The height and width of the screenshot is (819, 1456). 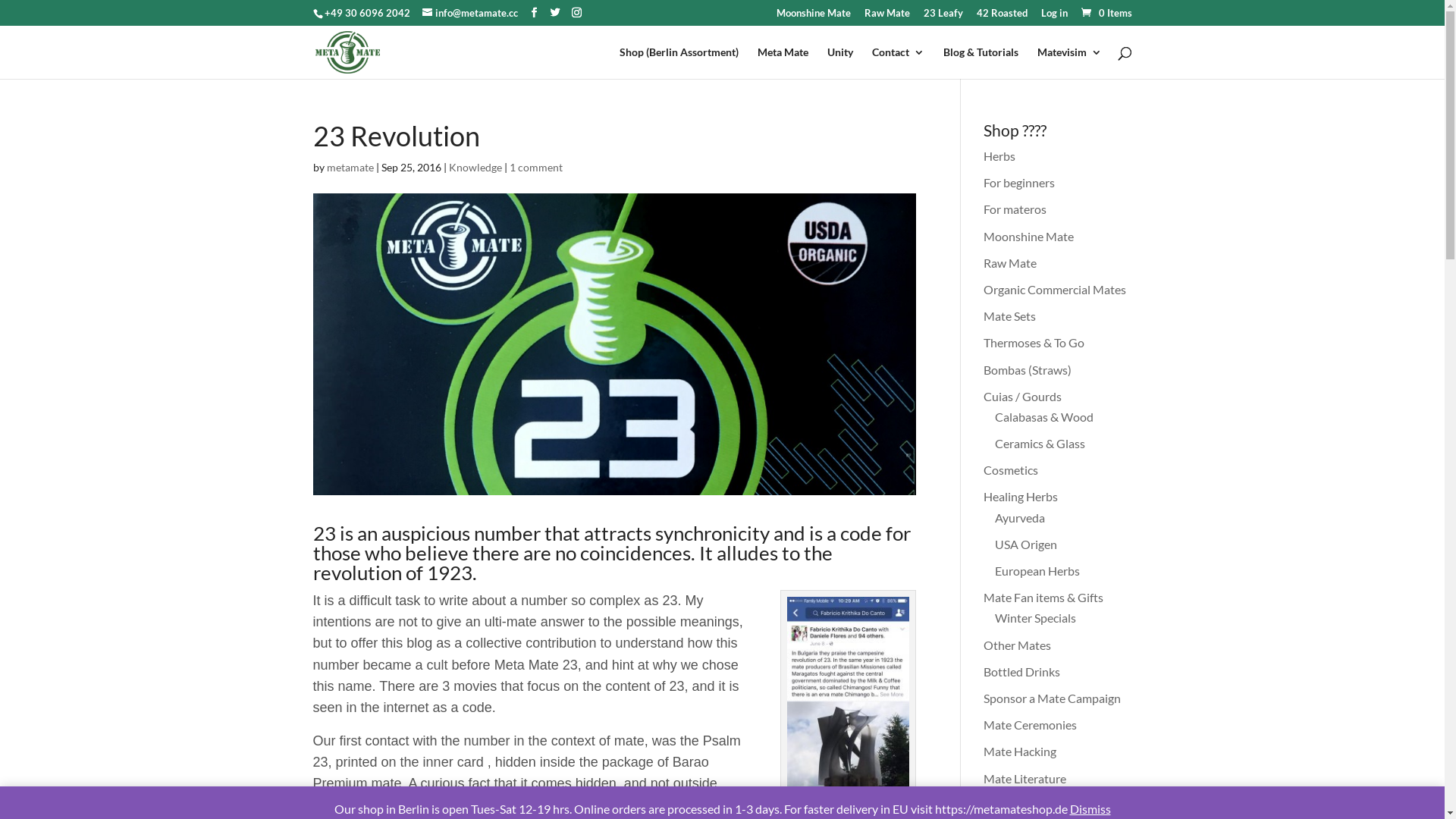 I want to click on 'Winter Specials', so click(x=1034, y=617).